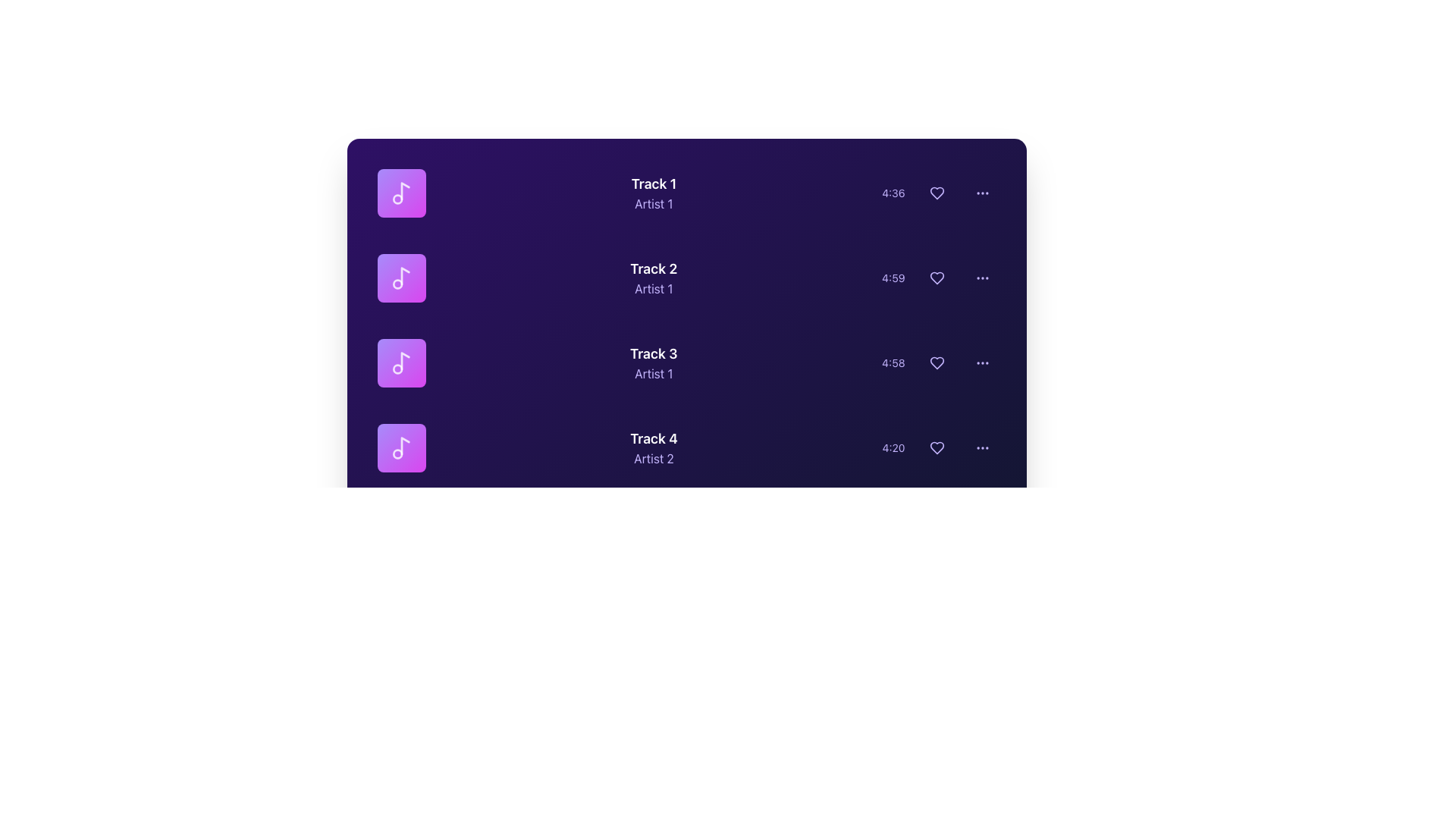  I want to click on the heart-shaped icon button with a violet hue located on the far-right side of the row for 'Track 4' to like the track, so click(936, 447).